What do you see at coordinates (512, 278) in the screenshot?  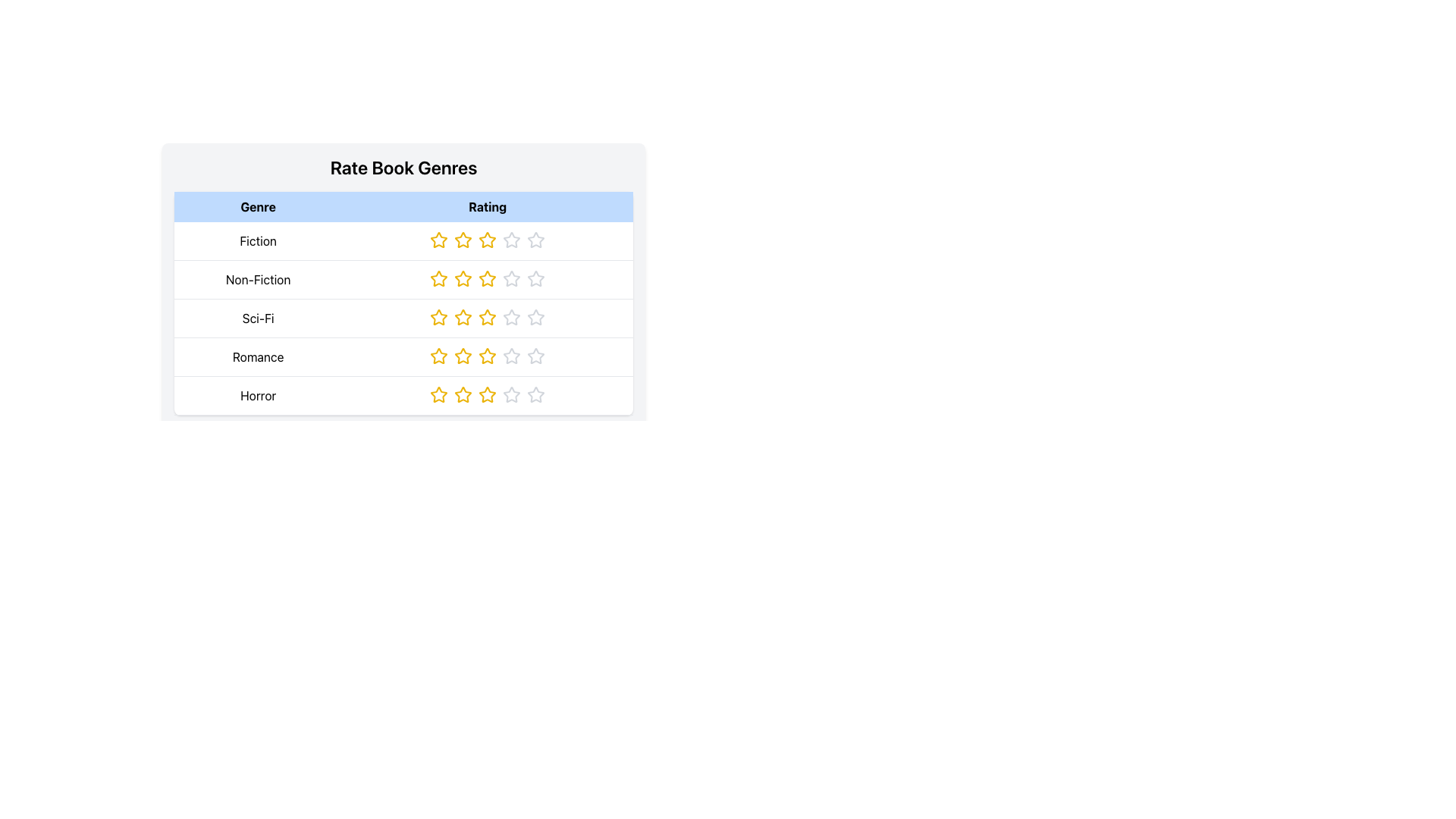 I see `the third star-shaped icon in the second row under the 'Non-Fiction' genre in the 'Rating' column` at bounding box center [512, 278].